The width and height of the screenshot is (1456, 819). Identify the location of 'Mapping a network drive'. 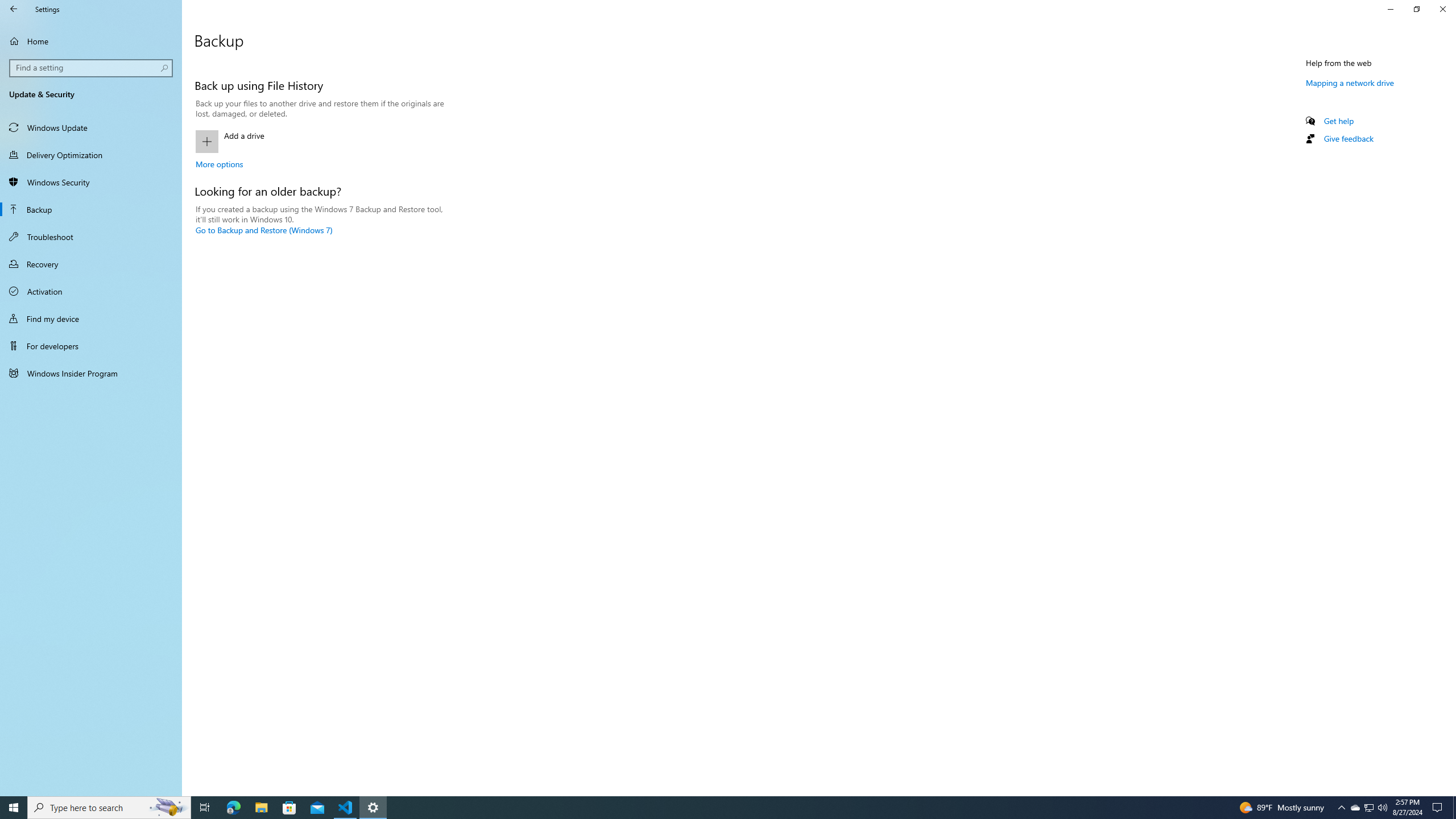
(1350, 82).